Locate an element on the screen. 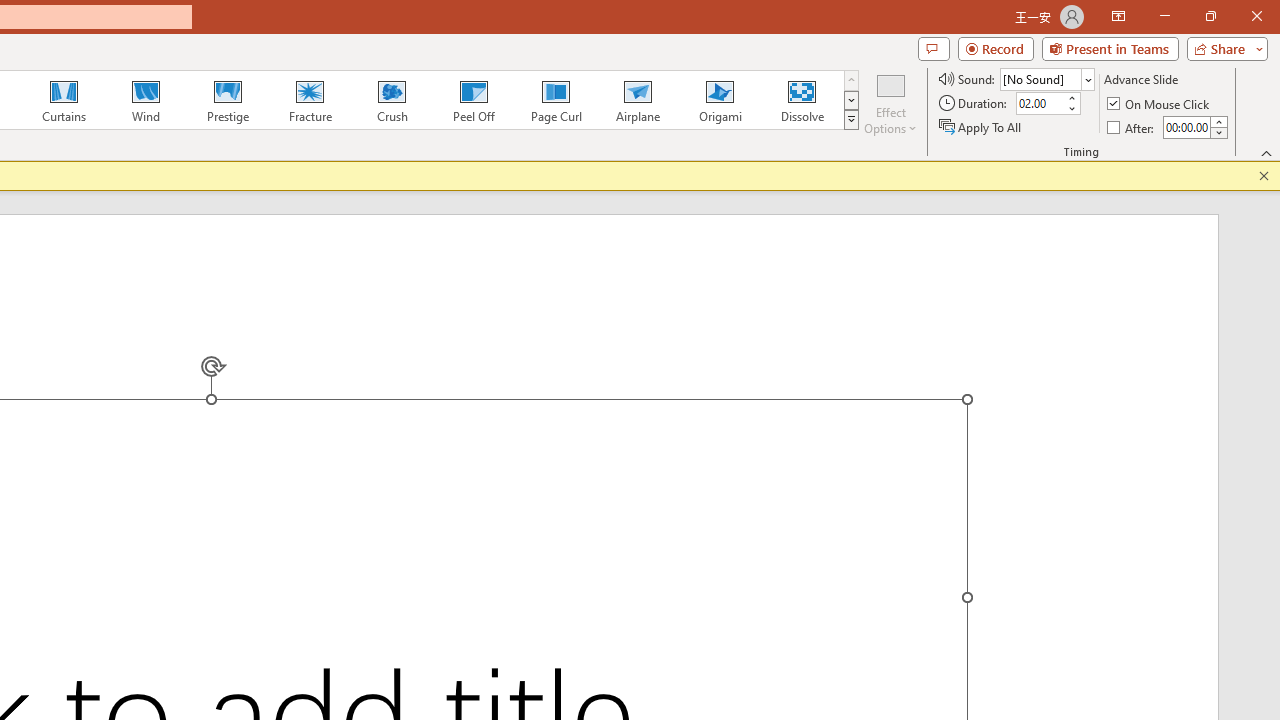 The image size is (1280, 720). 'On Mouse Click' is located at coordinates (1159, 103).